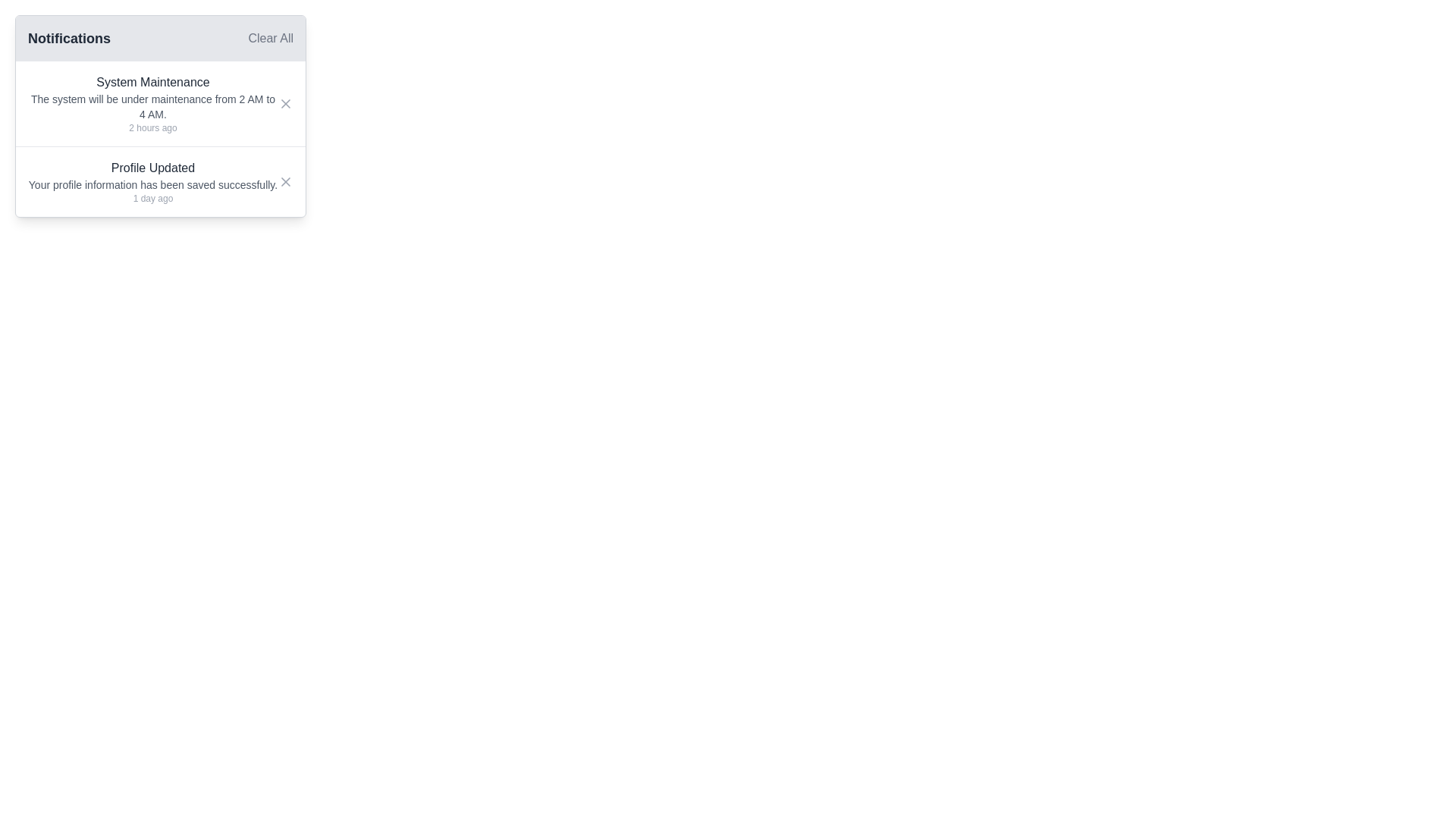  Describe the element at coordinates (286, 180) in the screenshot. I see `the 'X' icon located at the top-right corner of the notification card interface` at that location.